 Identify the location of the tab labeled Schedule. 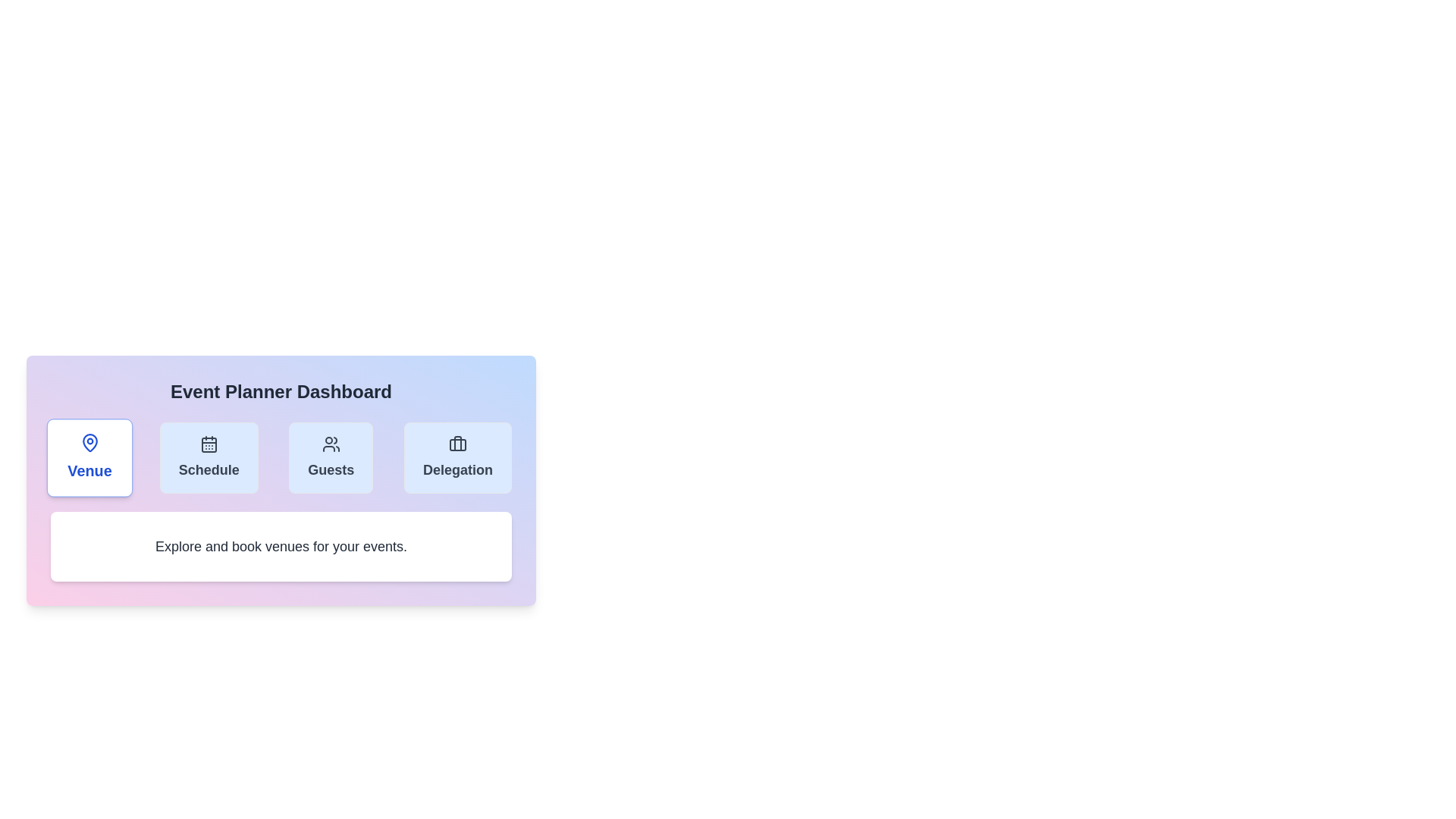
(207, 457).